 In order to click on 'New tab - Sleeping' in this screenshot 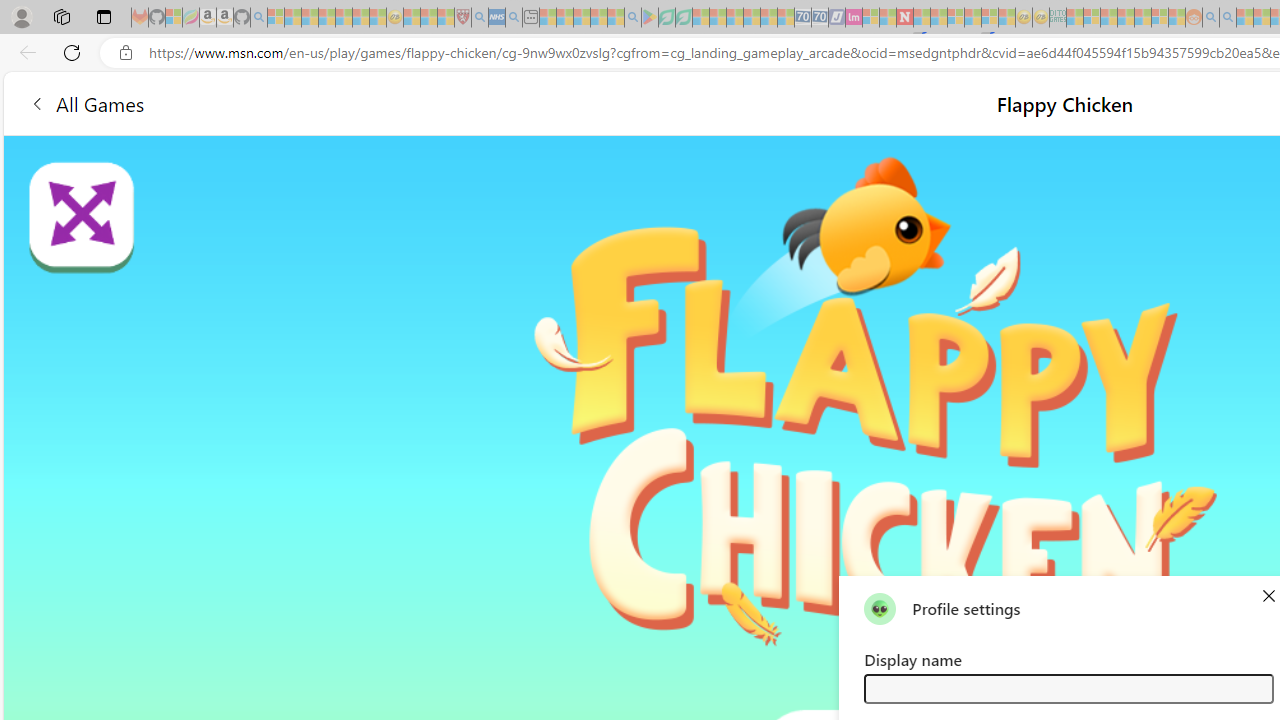, I will do `click(531, 17)`.